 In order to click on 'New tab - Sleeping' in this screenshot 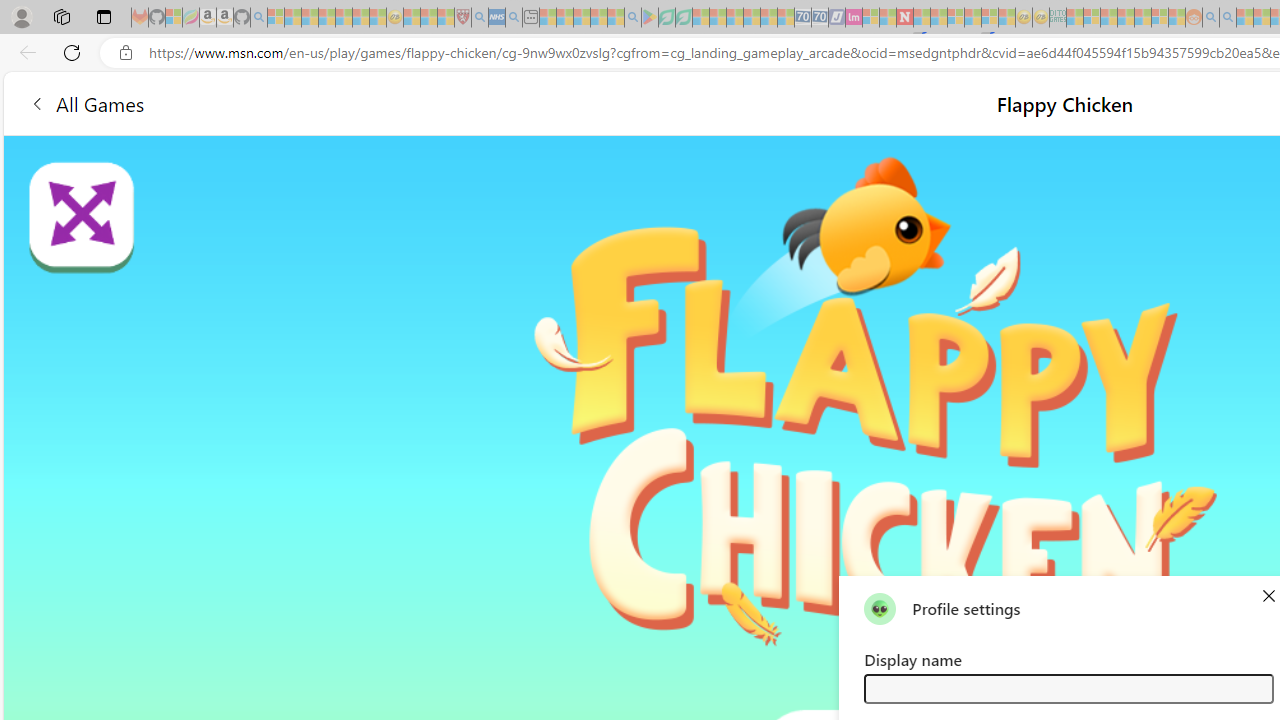, I will do `click(531, 17)`.